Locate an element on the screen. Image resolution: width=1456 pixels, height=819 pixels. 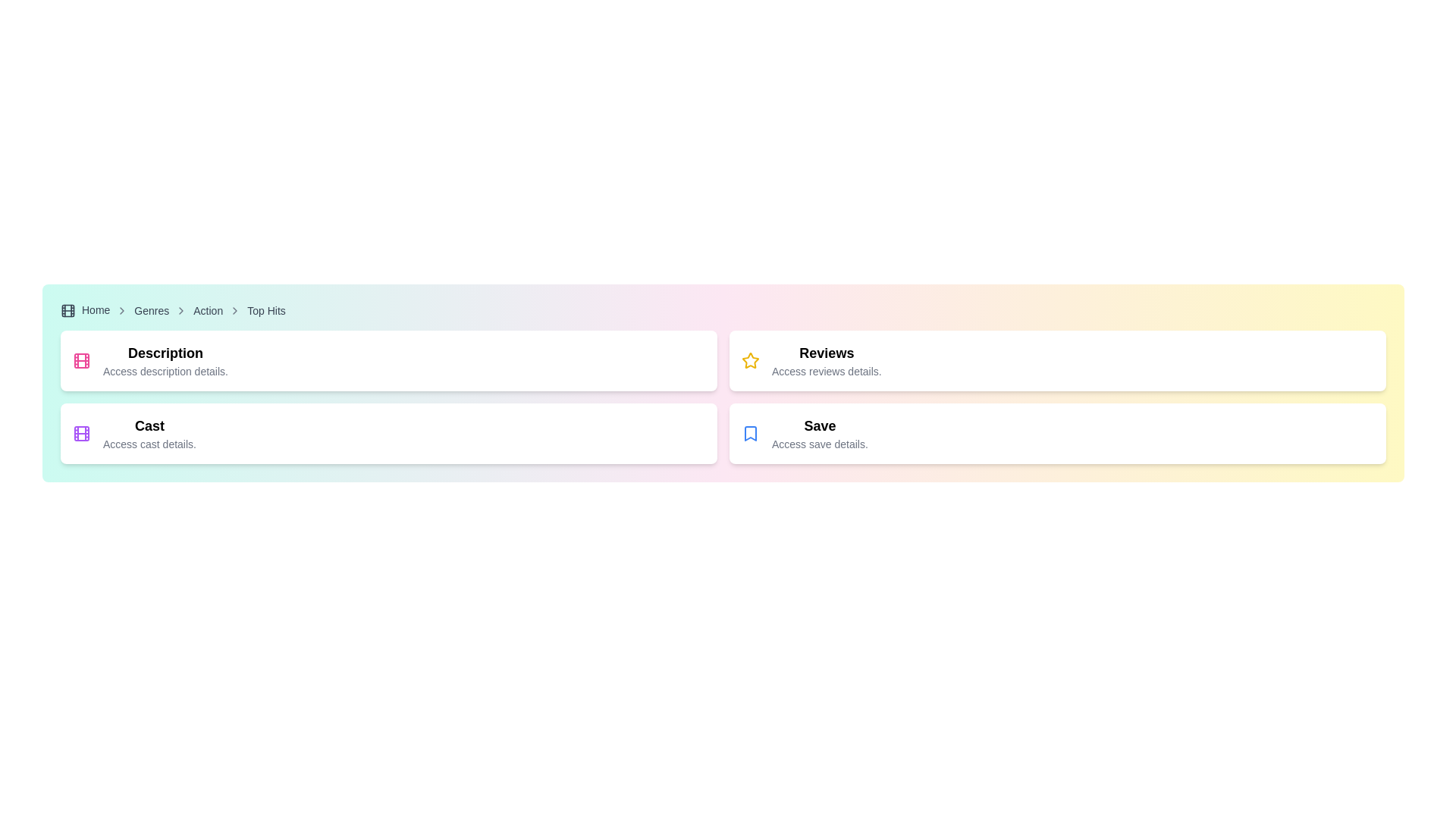
header text element located at the top of the section, which serves as a title for the content below it is located at coordinates (165, 353).